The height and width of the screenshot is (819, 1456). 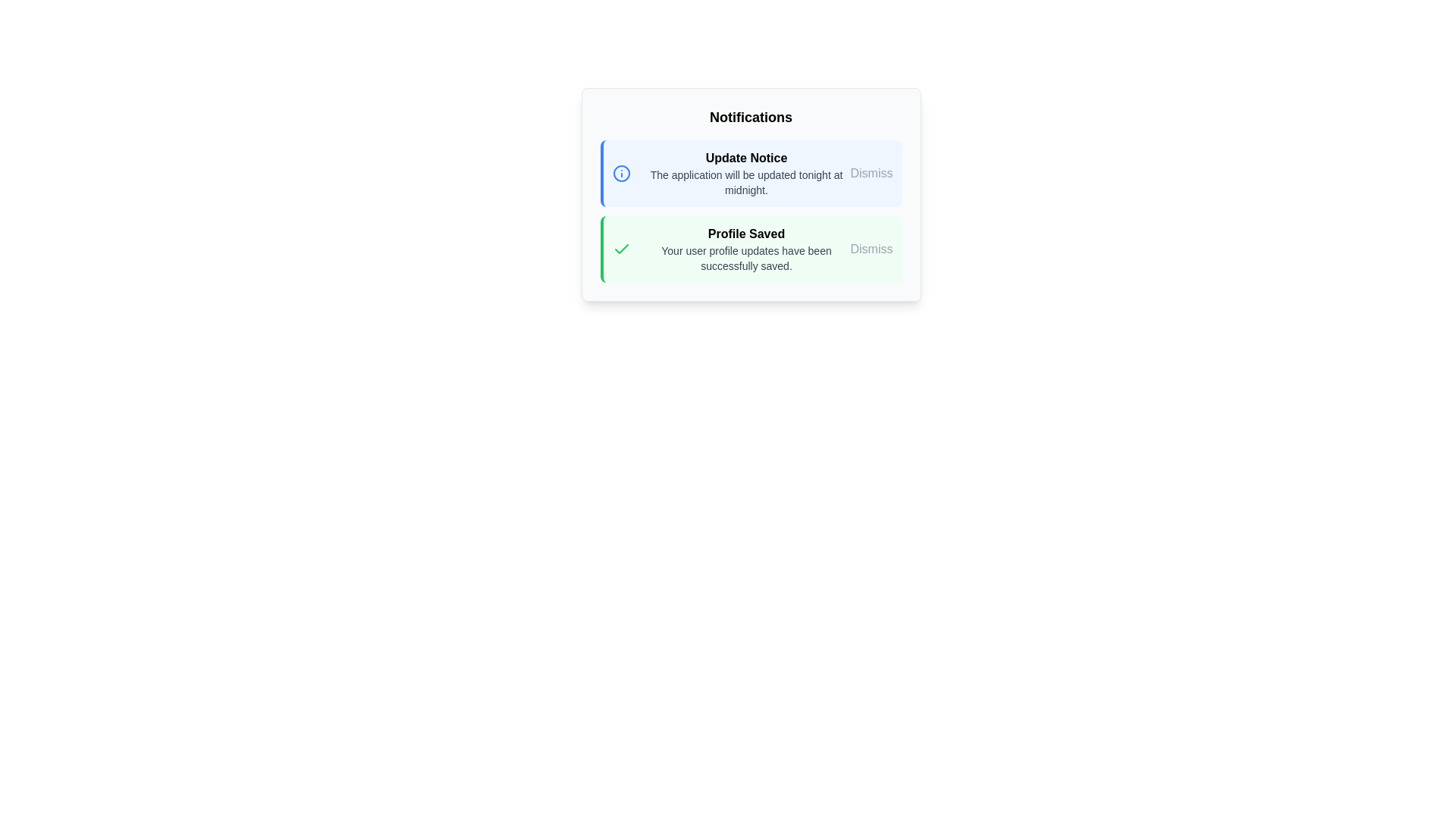 What do you see at coordinates (746, 248) in the screenshot?
I see `the static text message that informs the user their profile updates have been successfully saved, located in the second notification card of the 'Notifications' list` at bounding box center [746, 248].